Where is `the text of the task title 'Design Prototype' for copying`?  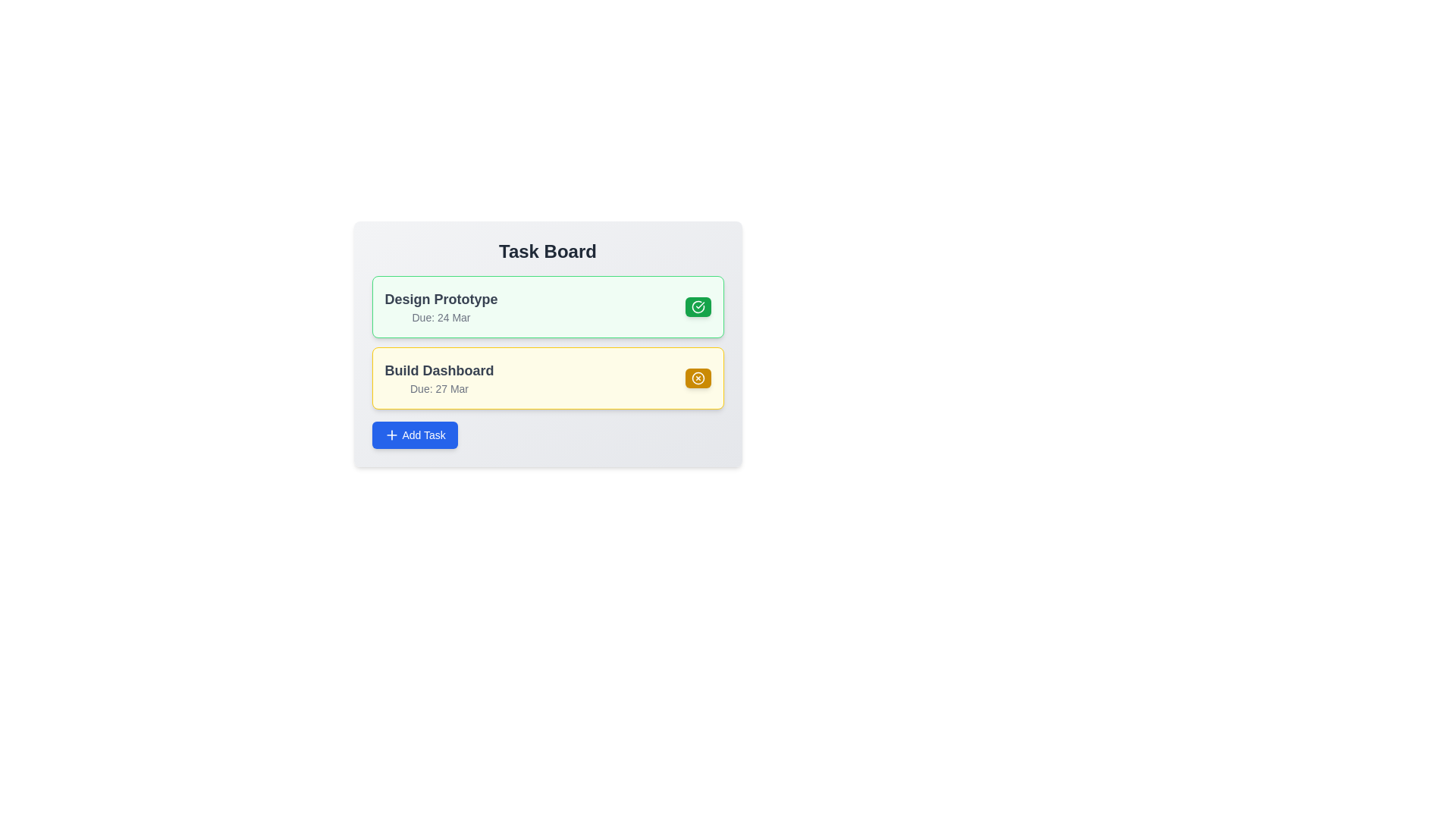 the text of the task title 'Design Prototype' for copying is located at coordinates (440, 299).